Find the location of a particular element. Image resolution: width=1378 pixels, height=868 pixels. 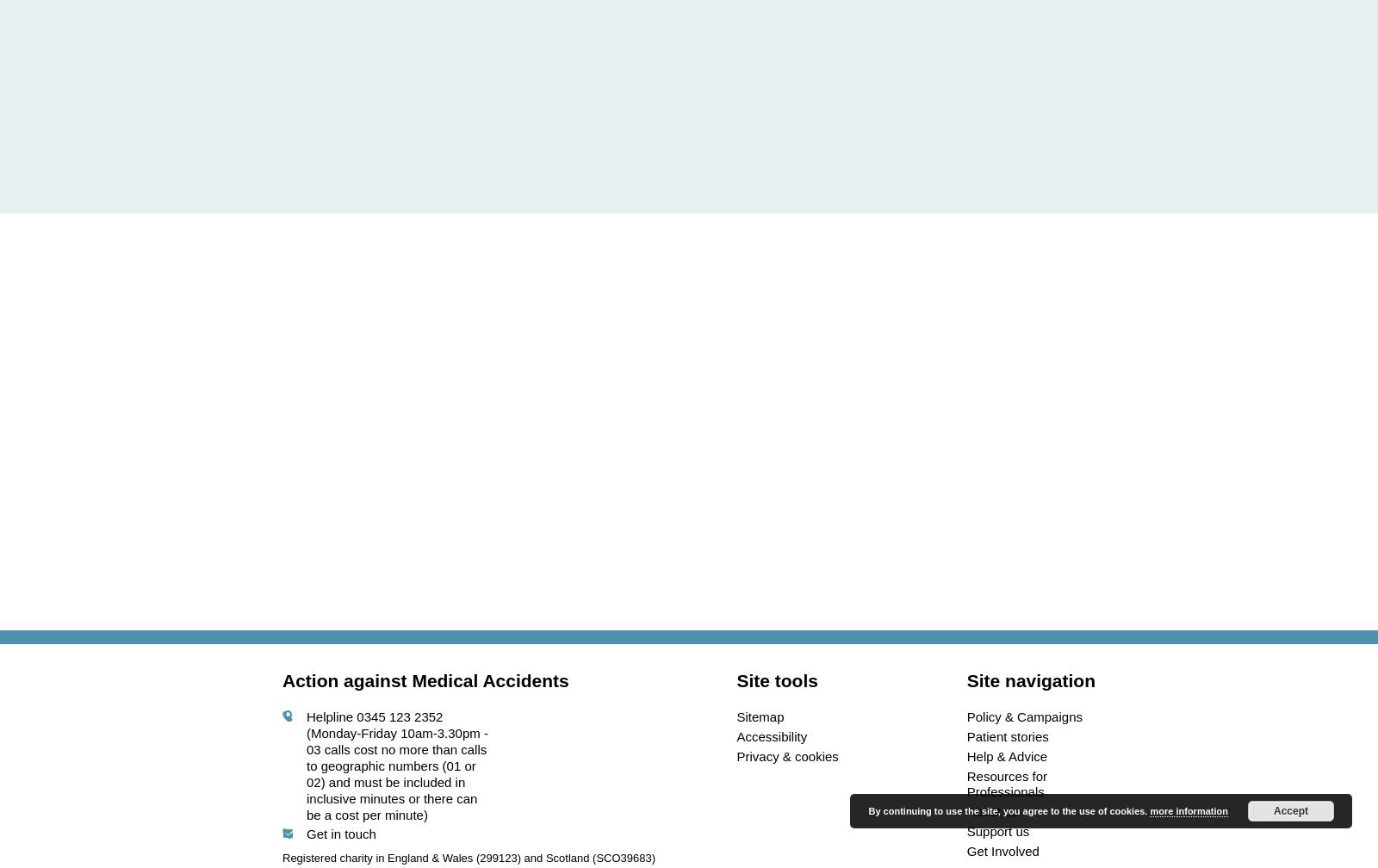

'Site tools' is located at coordinates (736, 680).